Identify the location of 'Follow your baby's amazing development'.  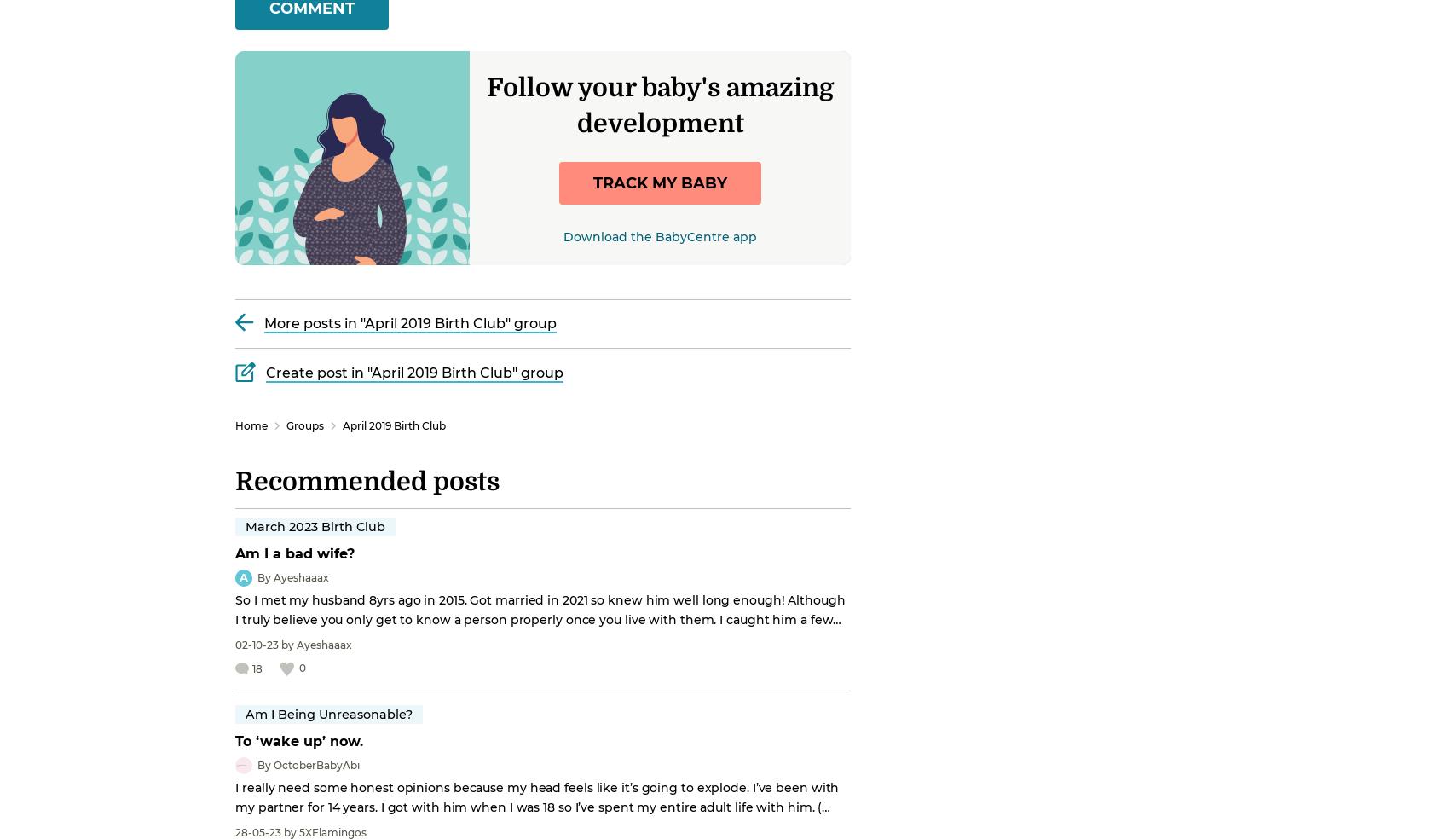
(660, 104).